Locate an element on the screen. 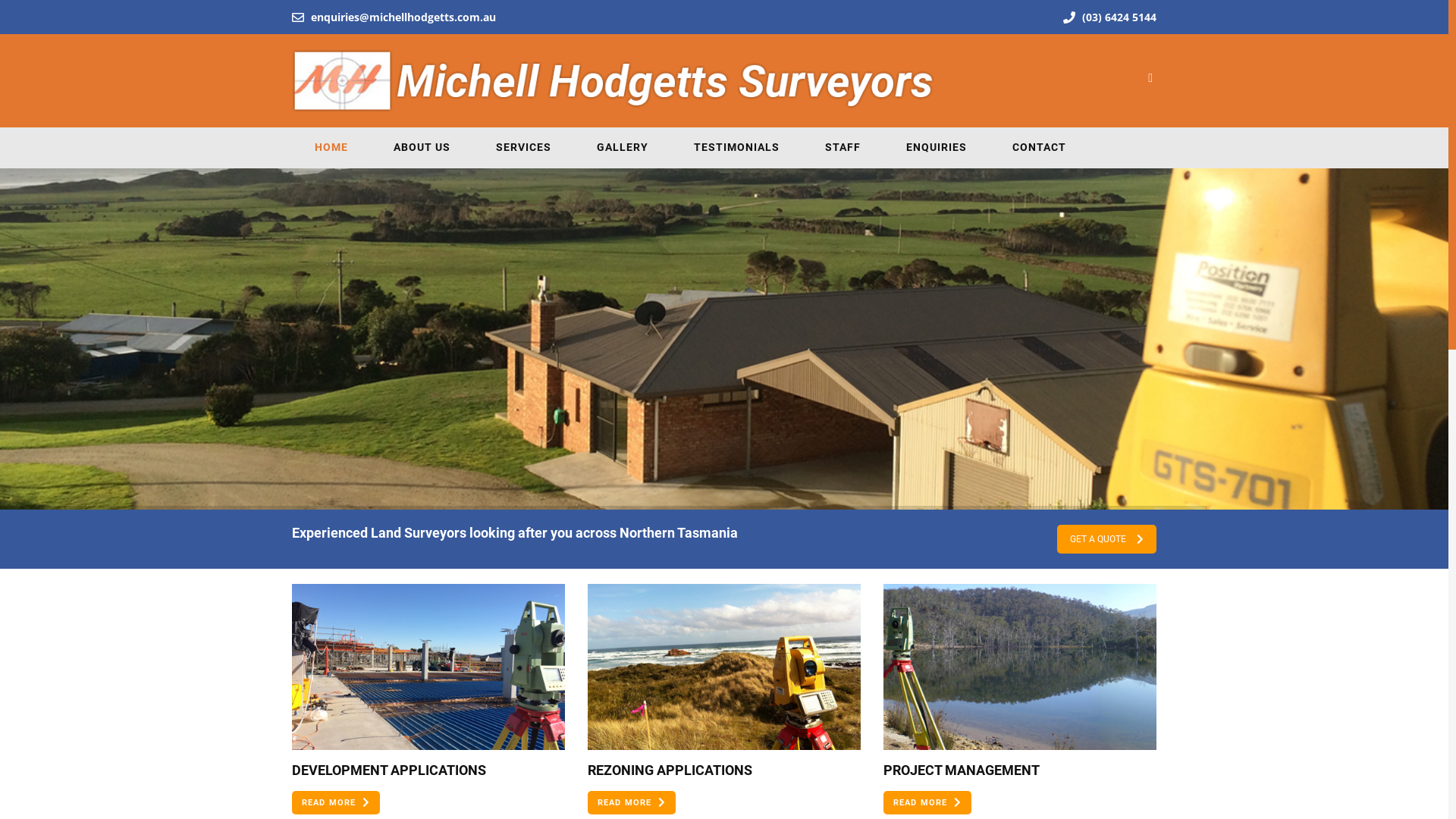 The image size is (1456, 819). 'ENQUIRIES' is located at coordinates (935, 147).